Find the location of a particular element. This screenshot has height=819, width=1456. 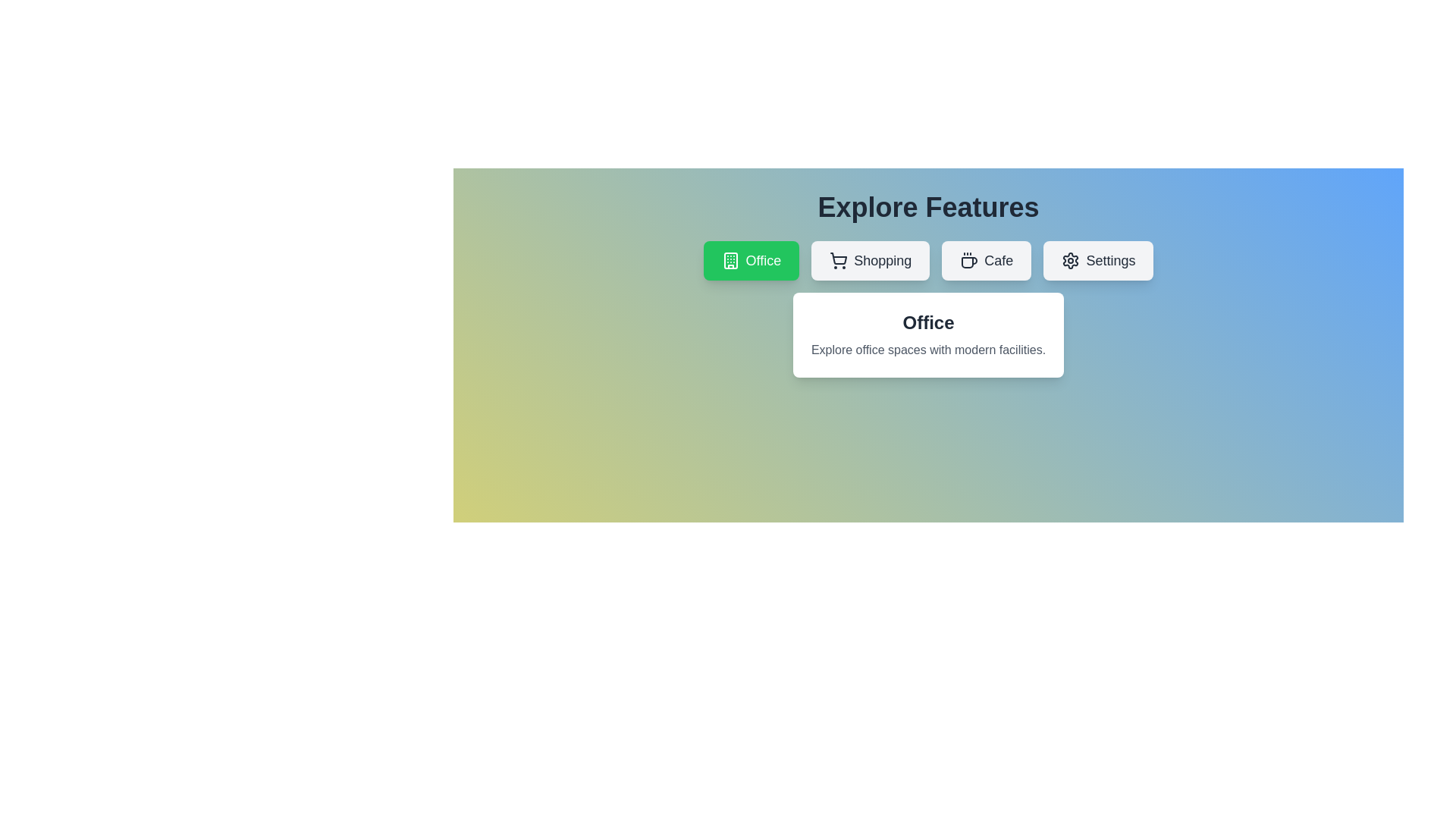

the tab labeled Office is located at coordinates (751, 259).